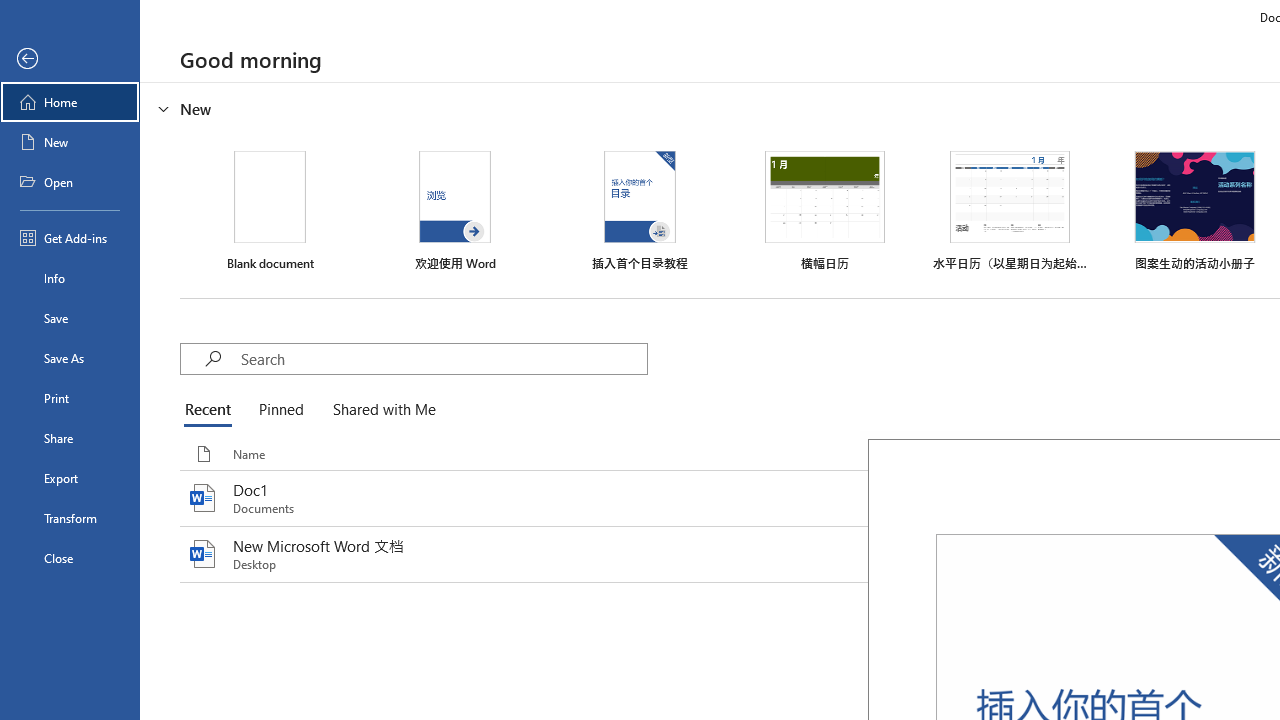 This screenshot has height=720, width=1280. Describe the element at coordinates (10, 11) in the screenshot. I see `'System'` at that location.